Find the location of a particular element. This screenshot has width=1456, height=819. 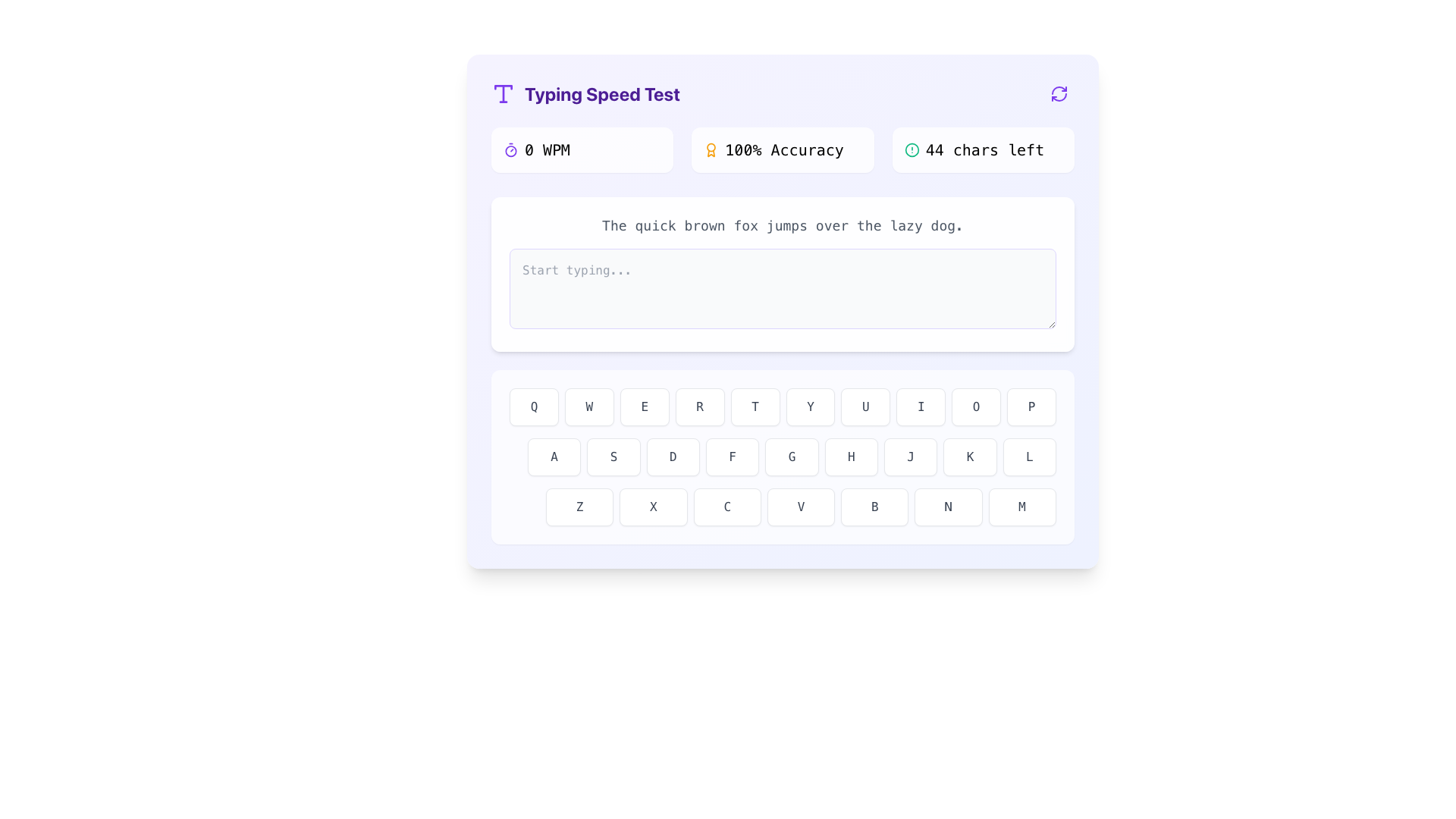

the award medal icon, which is located in the '100% Accuracy' section to the left of the text '100% Accuracy.' is located at coordinates (711, 149).